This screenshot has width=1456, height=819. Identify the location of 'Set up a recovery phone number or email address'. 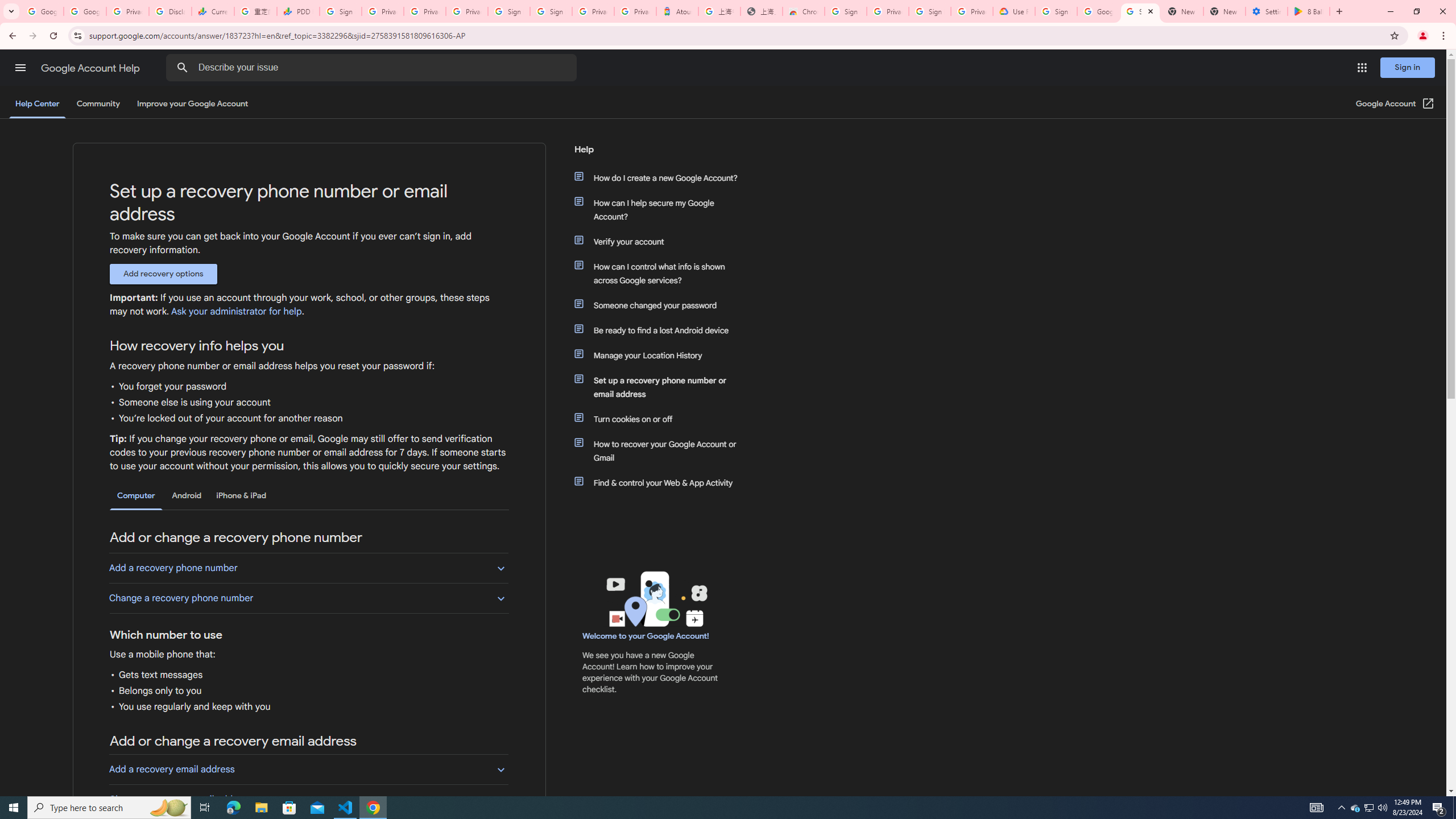
(661, 387).